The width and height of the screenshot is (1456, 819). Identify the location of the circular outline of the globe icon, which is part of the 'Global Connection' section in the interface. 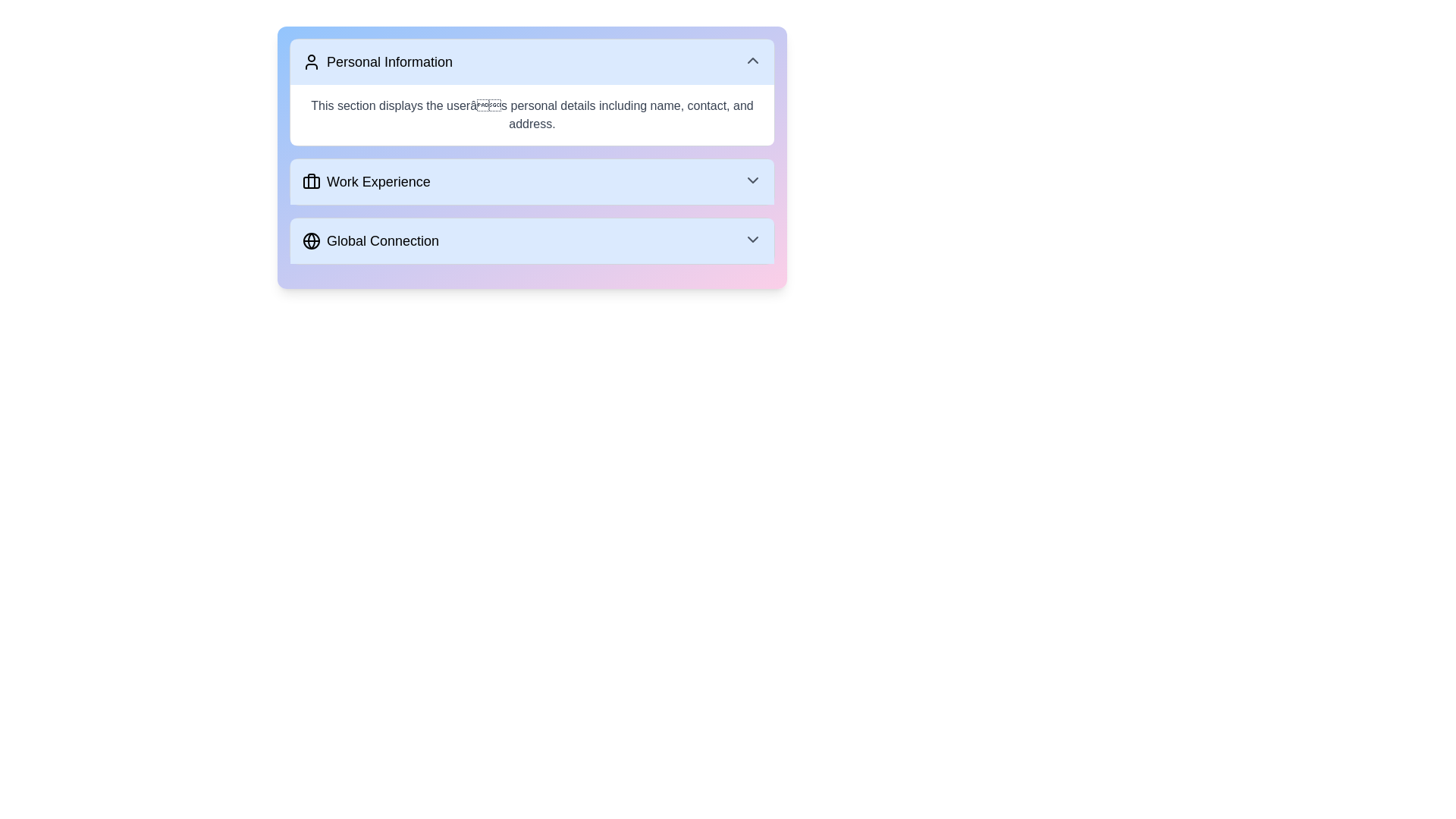
(311, 240).